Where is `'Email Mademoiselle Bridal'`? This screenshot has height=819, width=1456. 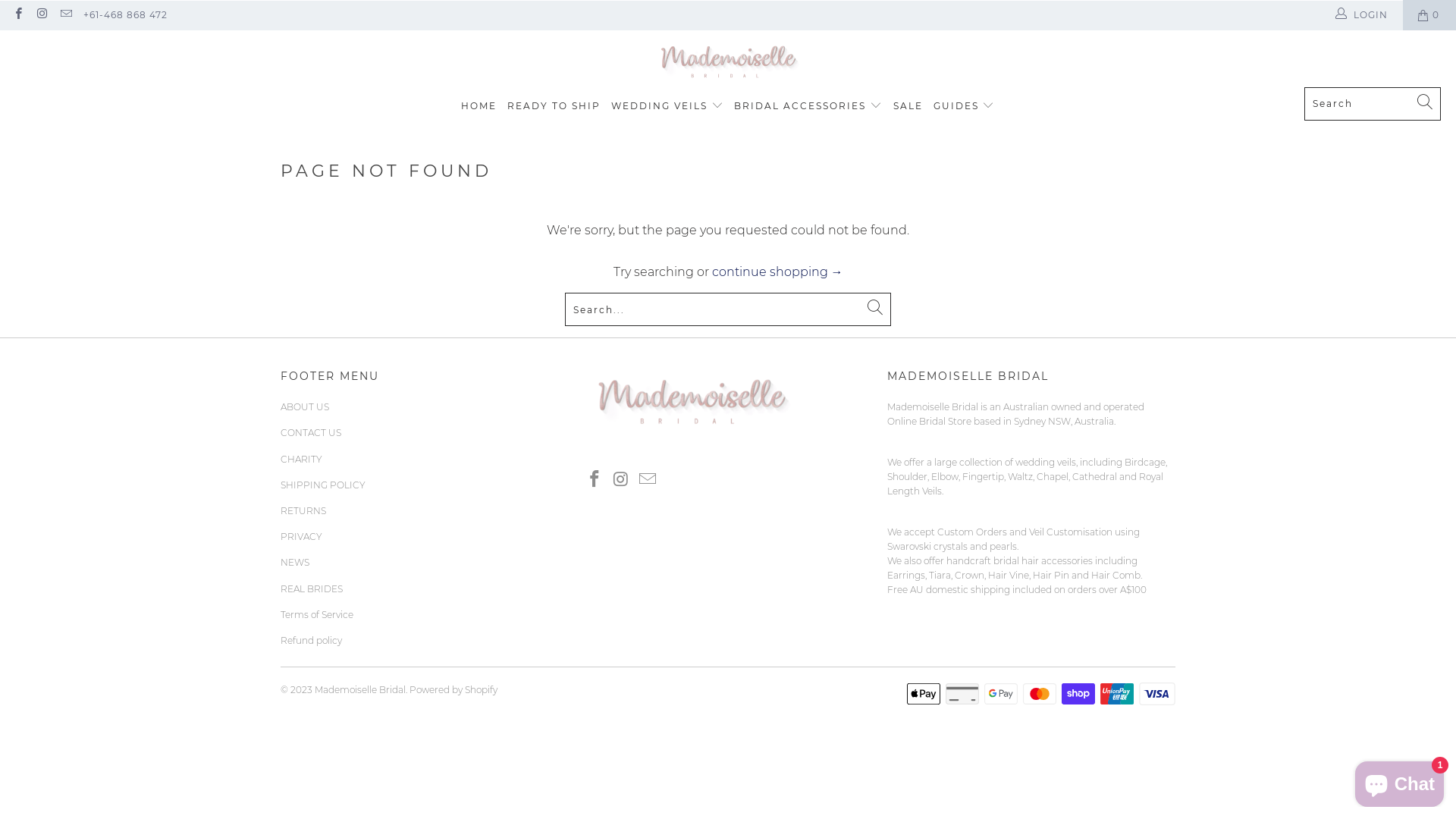
'Email Mademoiselle Bridal' is located at coordinates (648, 479).